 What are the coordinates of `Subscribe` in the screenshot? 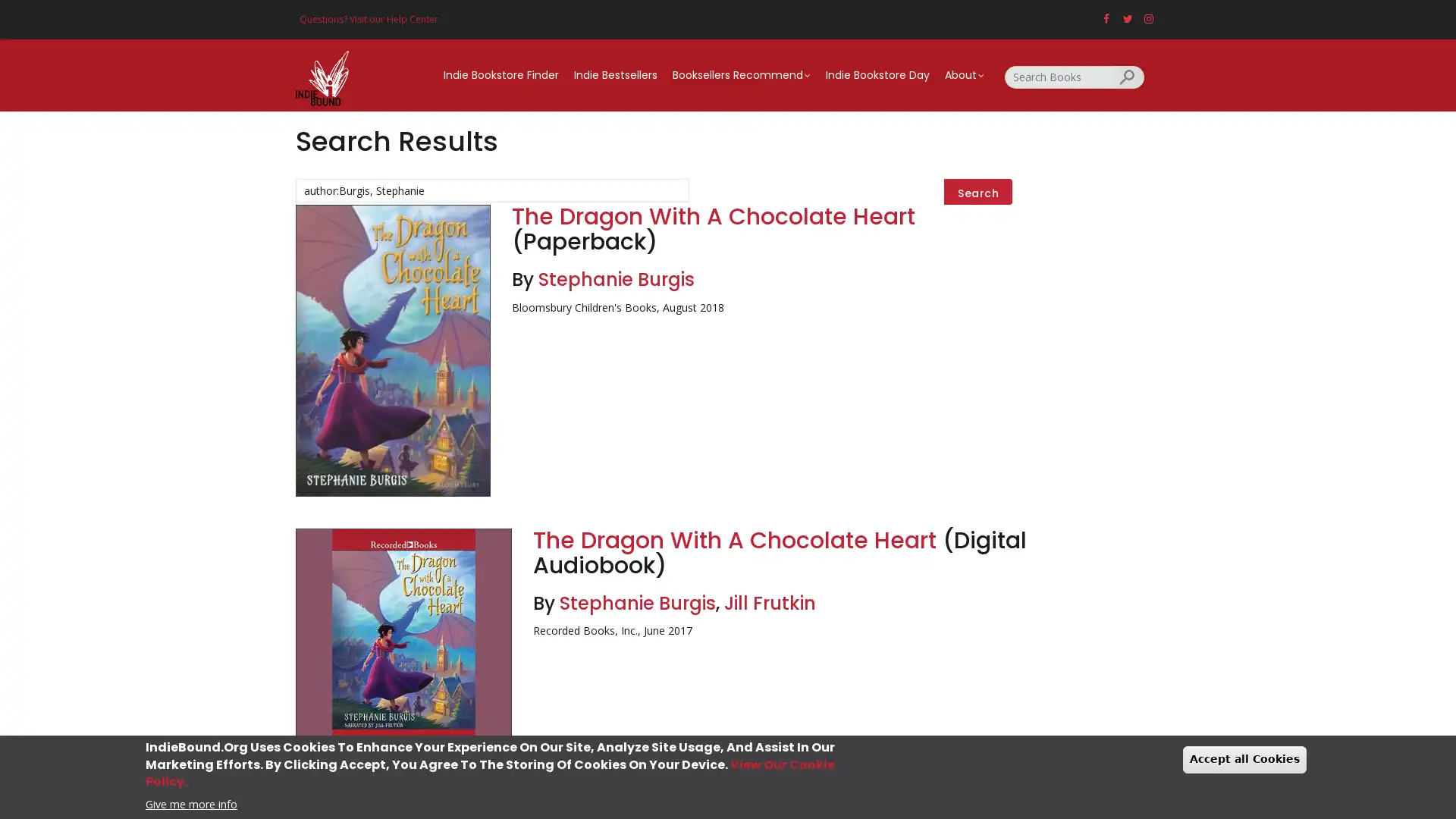 It's located at (728, 522).